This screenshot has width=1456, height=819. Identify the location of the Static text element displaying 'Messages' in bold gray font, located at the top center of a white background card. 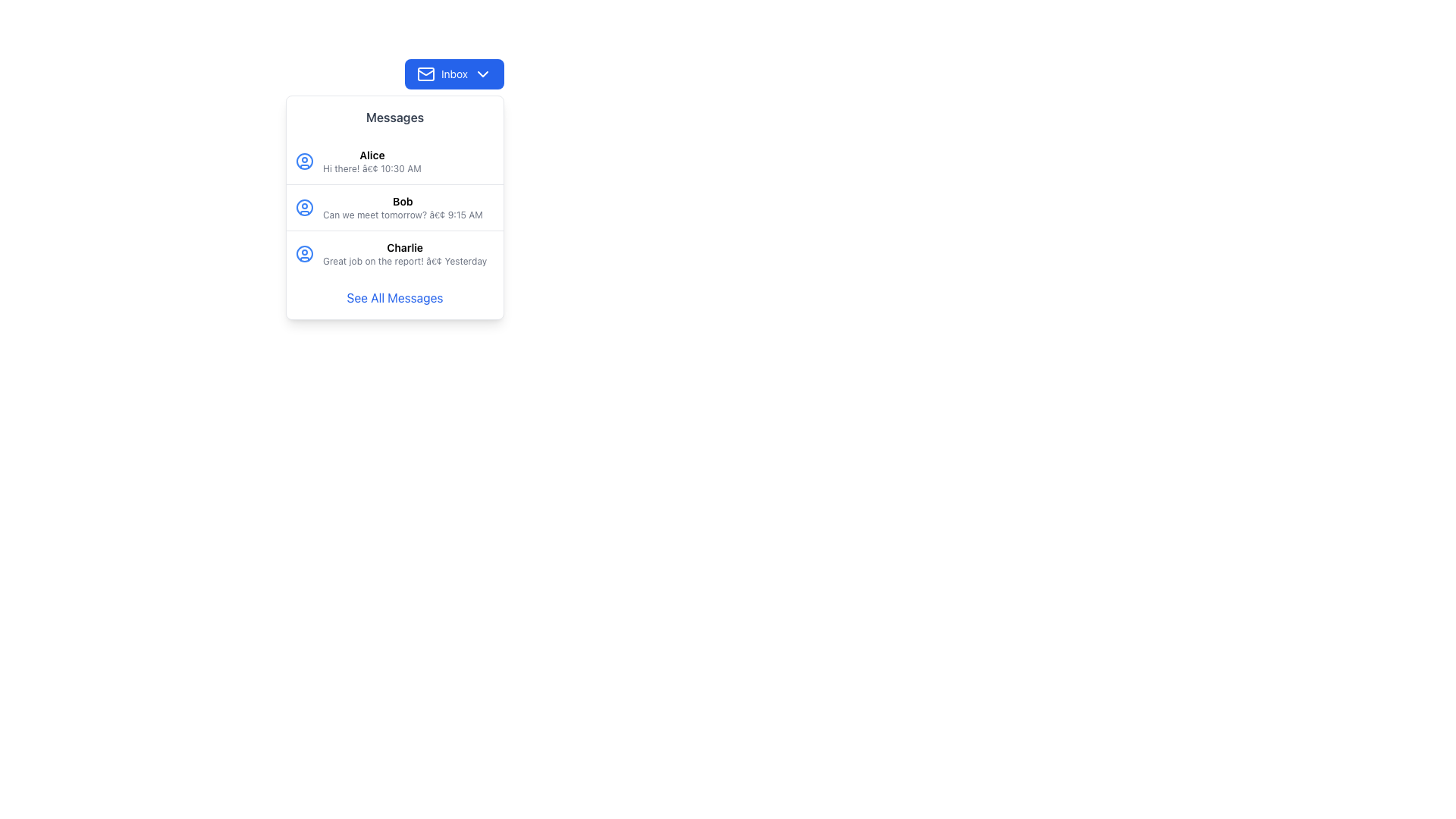
(395, 116).